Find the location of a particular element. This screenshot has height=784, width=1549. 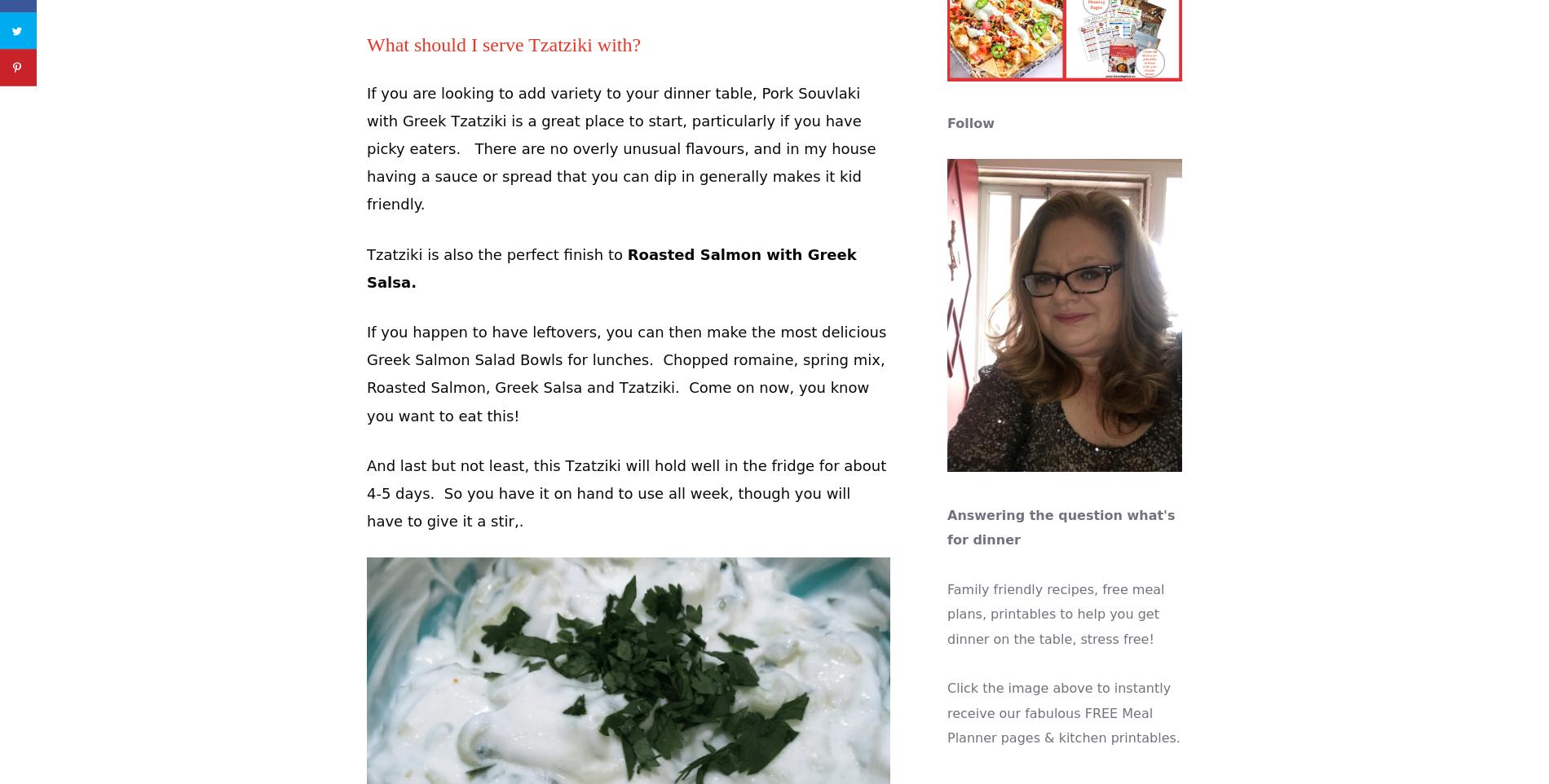

'And last but not least, this Tzatziki will hold well in the fridge for about 4-5 days.  So you have it on hand to use all week, though you will have to give it a stir,.' is located at coordinates (365, 492).